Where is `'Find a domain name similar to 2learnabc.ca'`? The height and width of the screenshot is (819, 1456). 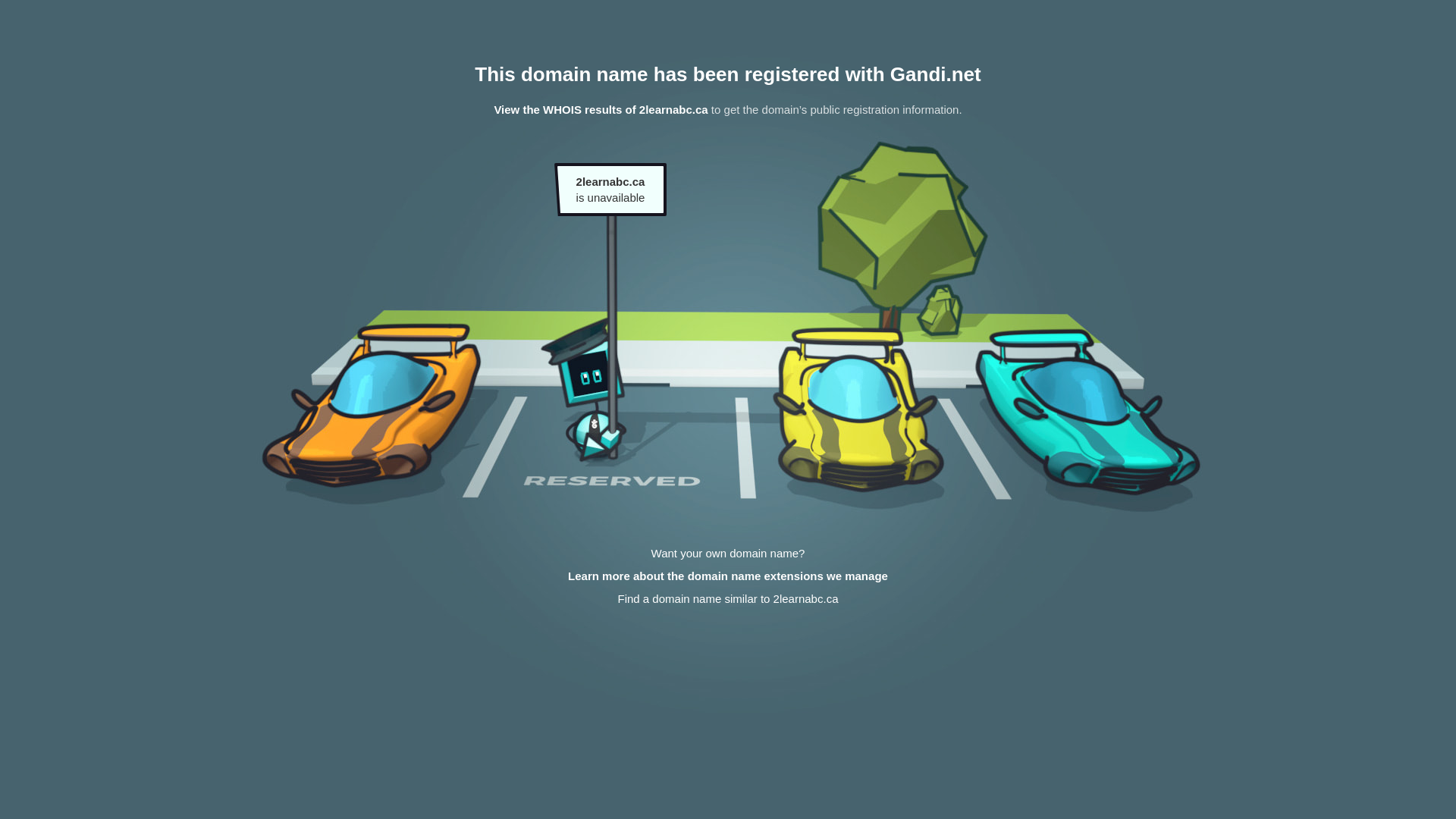 'Find a domain name similar to 2learnabc.ca' is located at coordinates (726, 598).